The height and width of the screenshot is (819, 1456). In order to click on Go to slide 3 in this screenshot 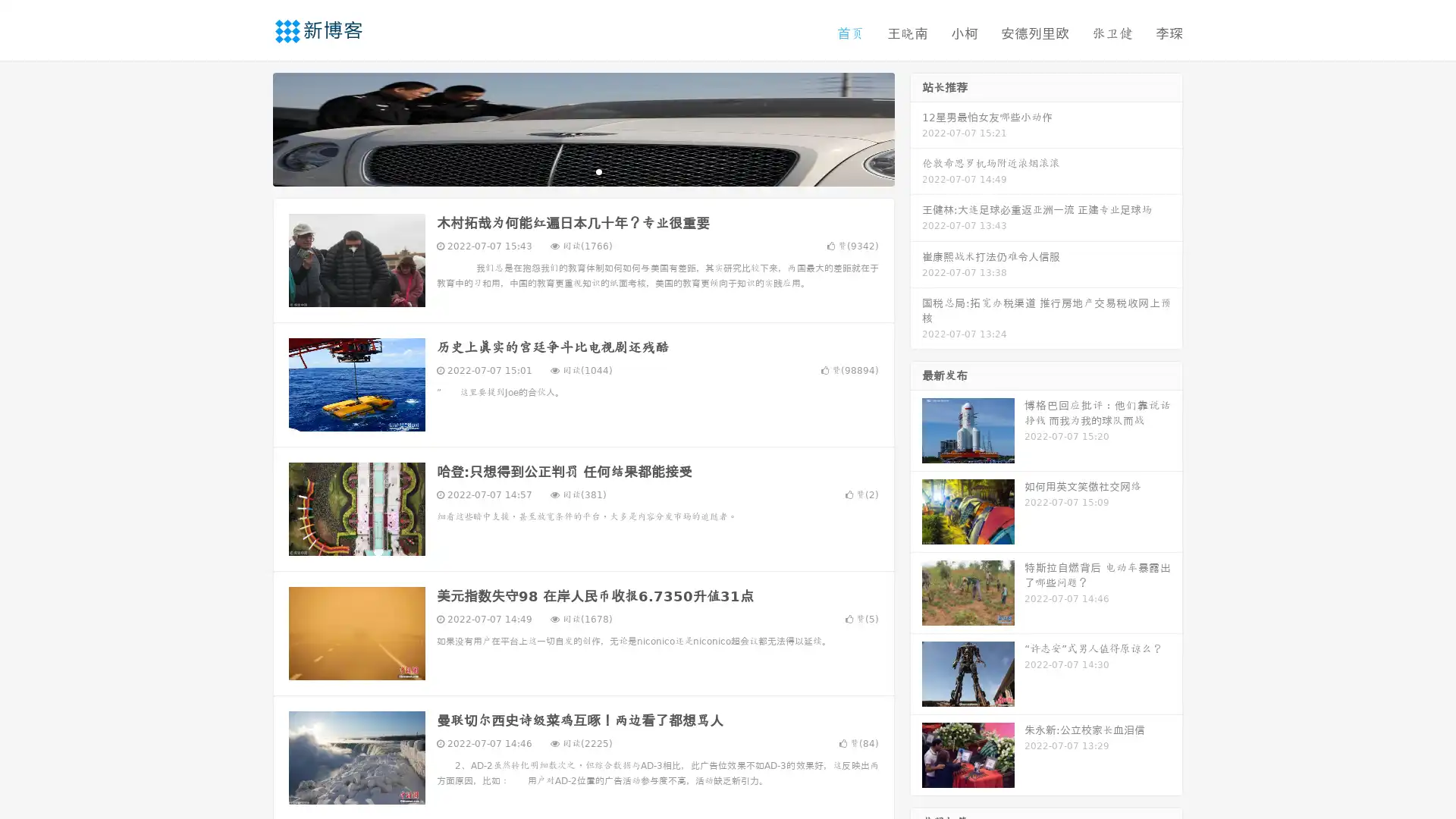, I will do `click(598, 171)`.